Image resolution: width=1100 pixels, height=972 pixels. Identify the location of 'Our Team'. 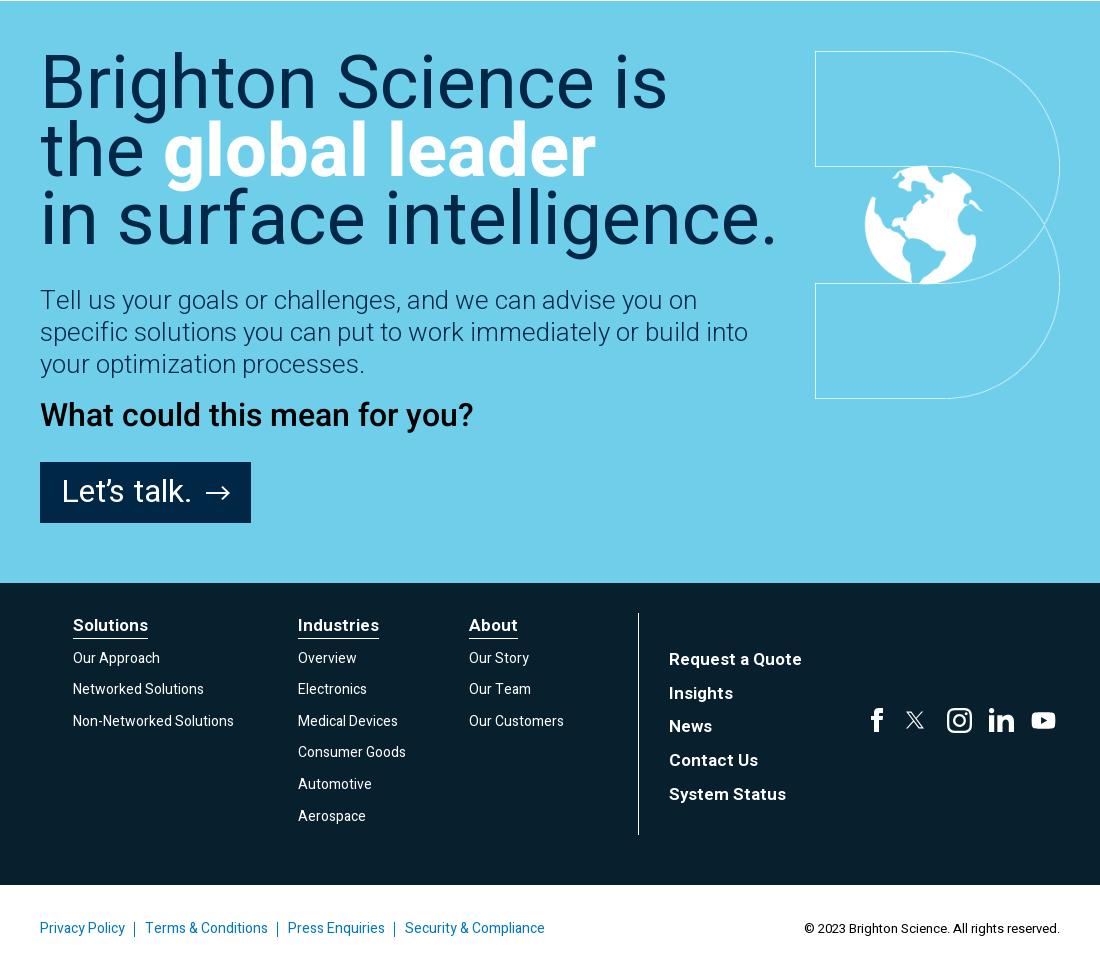
(499, 688).